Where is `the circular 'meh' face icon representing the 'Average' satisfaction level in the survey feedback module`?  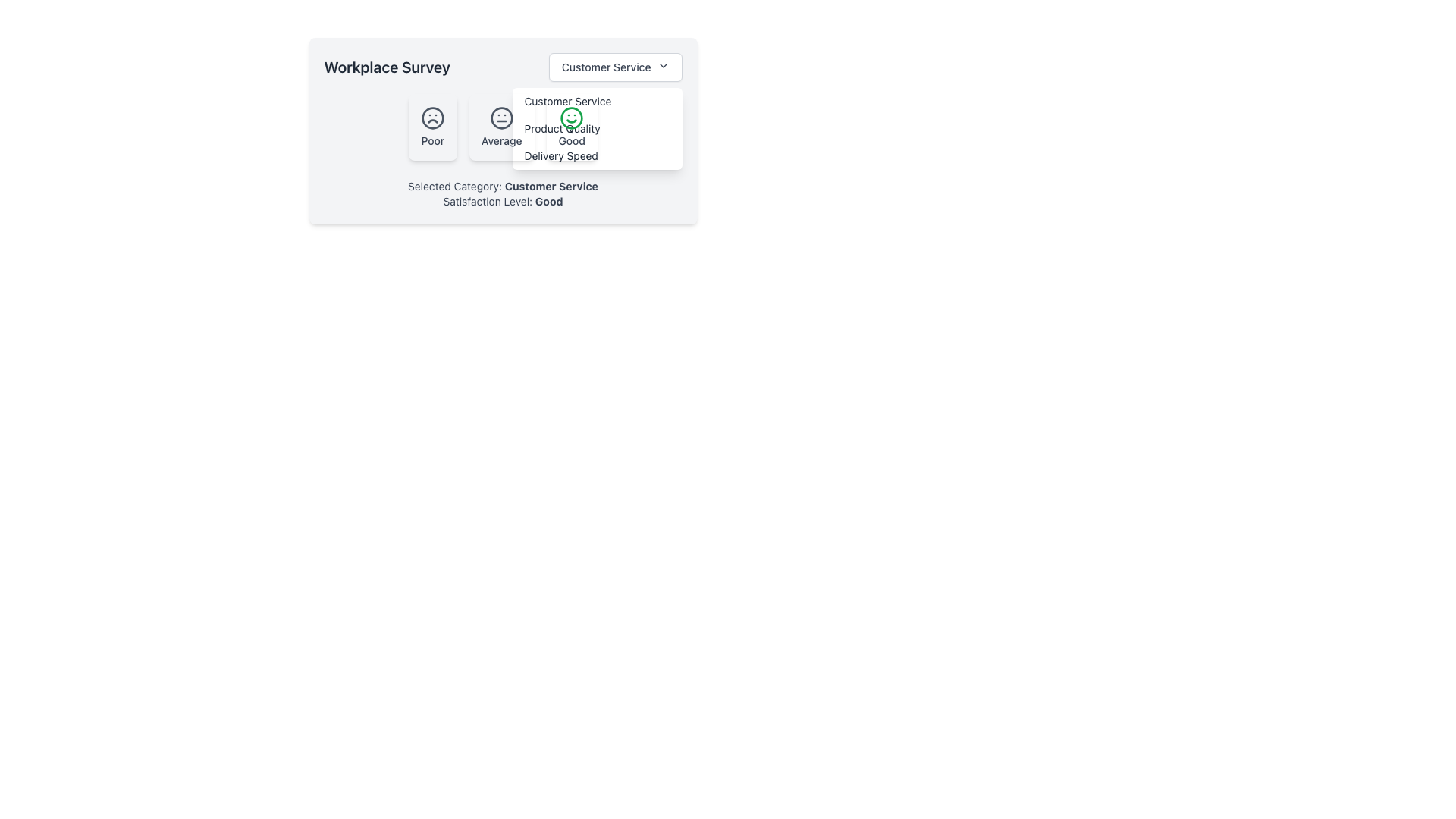
the circular 'meh' face icon representing the 'Average' satisfaction level in the survey feedback module is located at coordinates (501, 117).